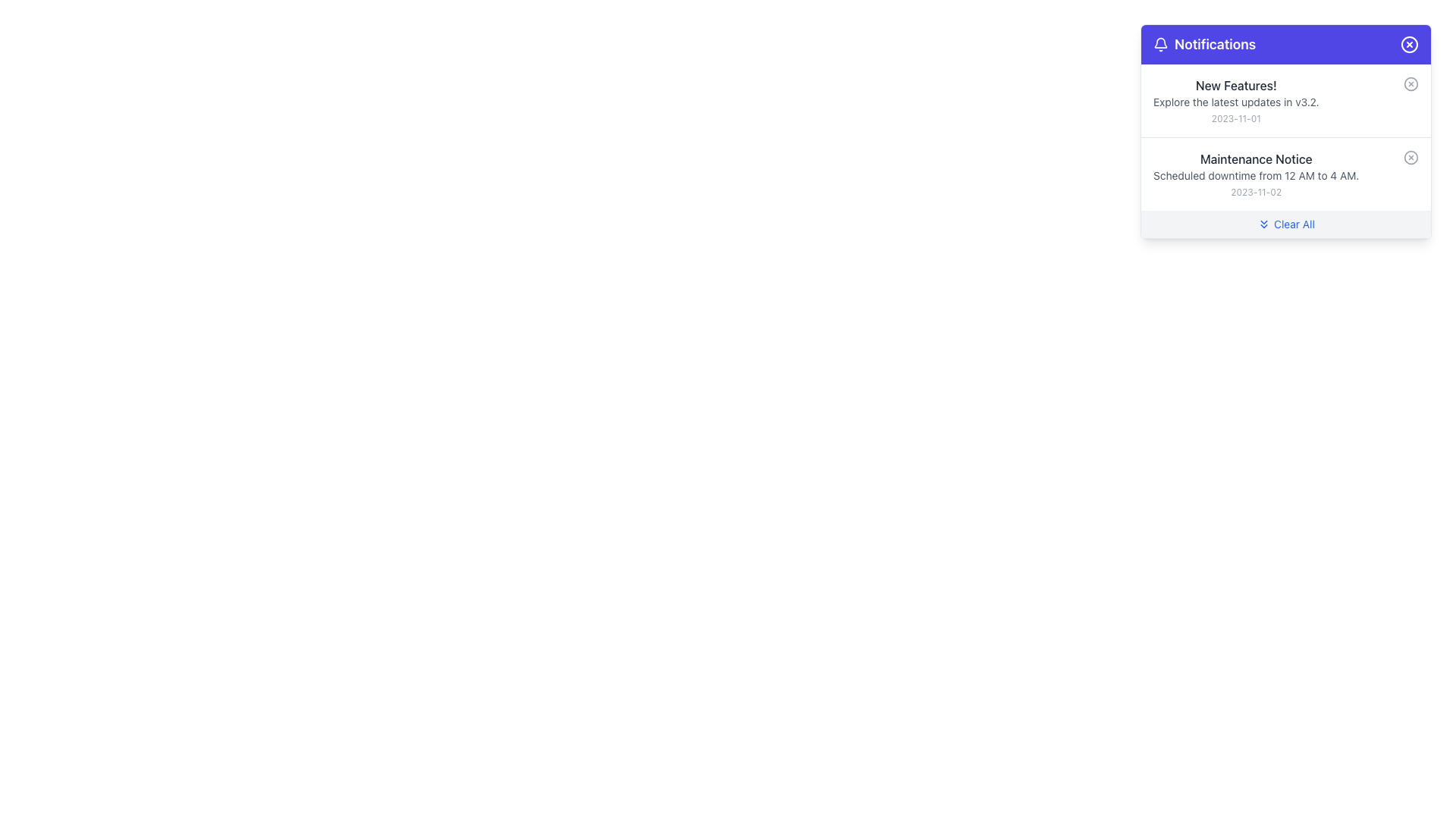 The image size is (1456, 819). I want to click on the circular close button with a cross symbol inside, located in the upper-right corner of the notification header bar, so click(1408, 43).